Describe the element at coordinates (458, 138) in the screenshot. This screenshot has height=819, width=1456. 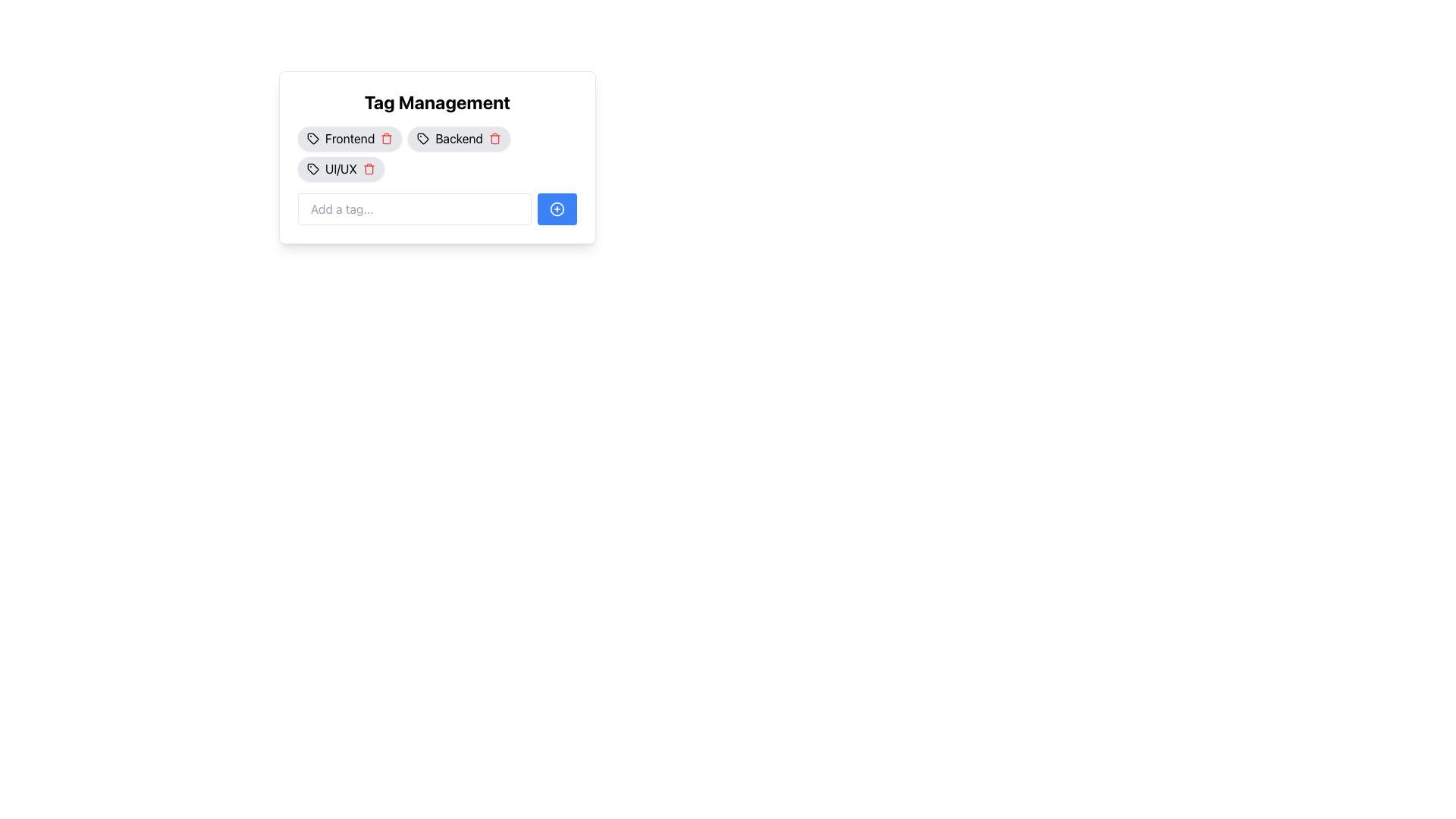
I see `the 'Backend' text label, which is the second tag in the 'Tag Management' section` at that location.